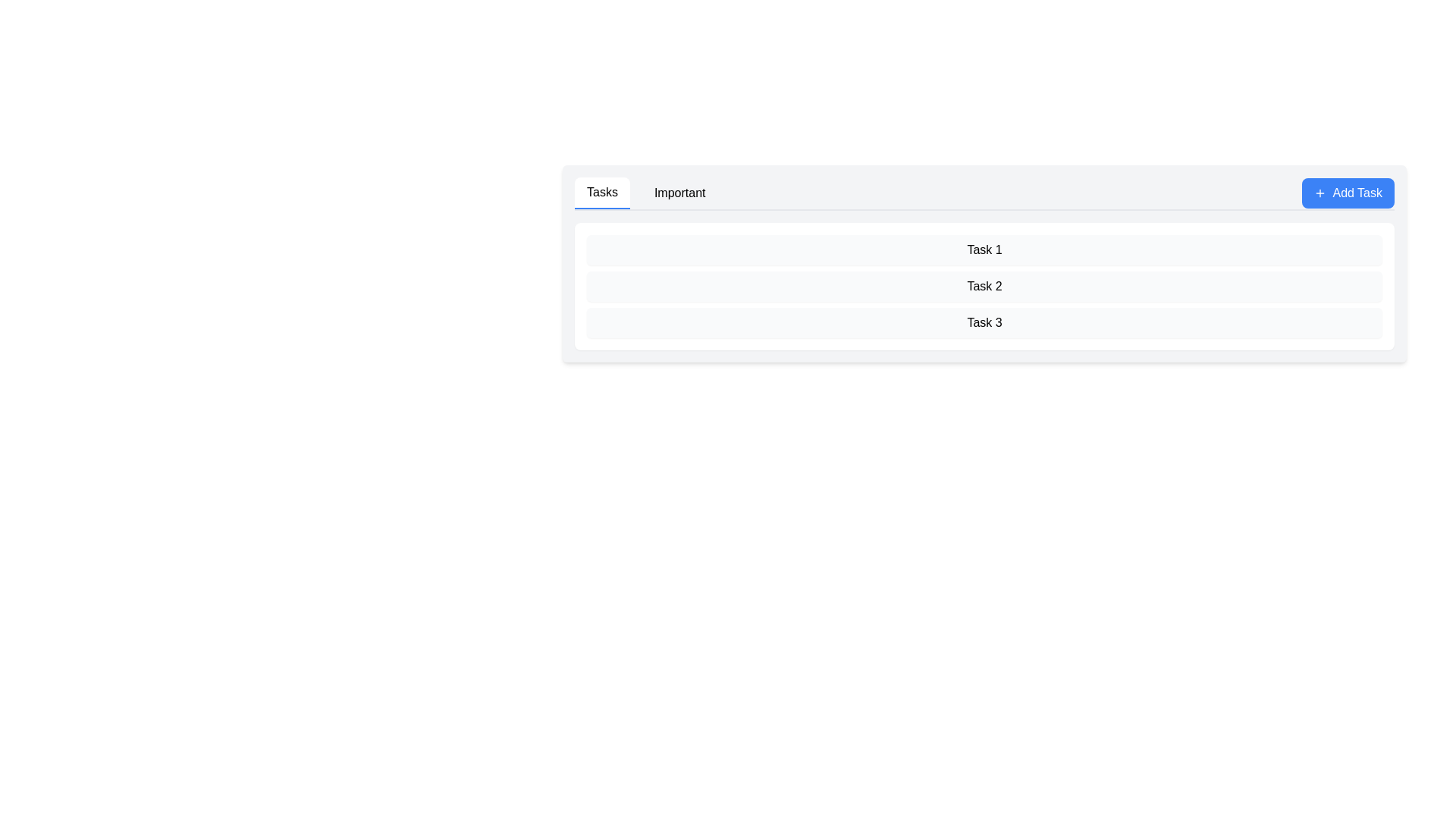 The image size is (1456, 819). Describe the element at coordinates (646, 192) in the screenshot. I see `the 'Important' tab in the Tab navigation control to switch to its corresponding section` at that location.